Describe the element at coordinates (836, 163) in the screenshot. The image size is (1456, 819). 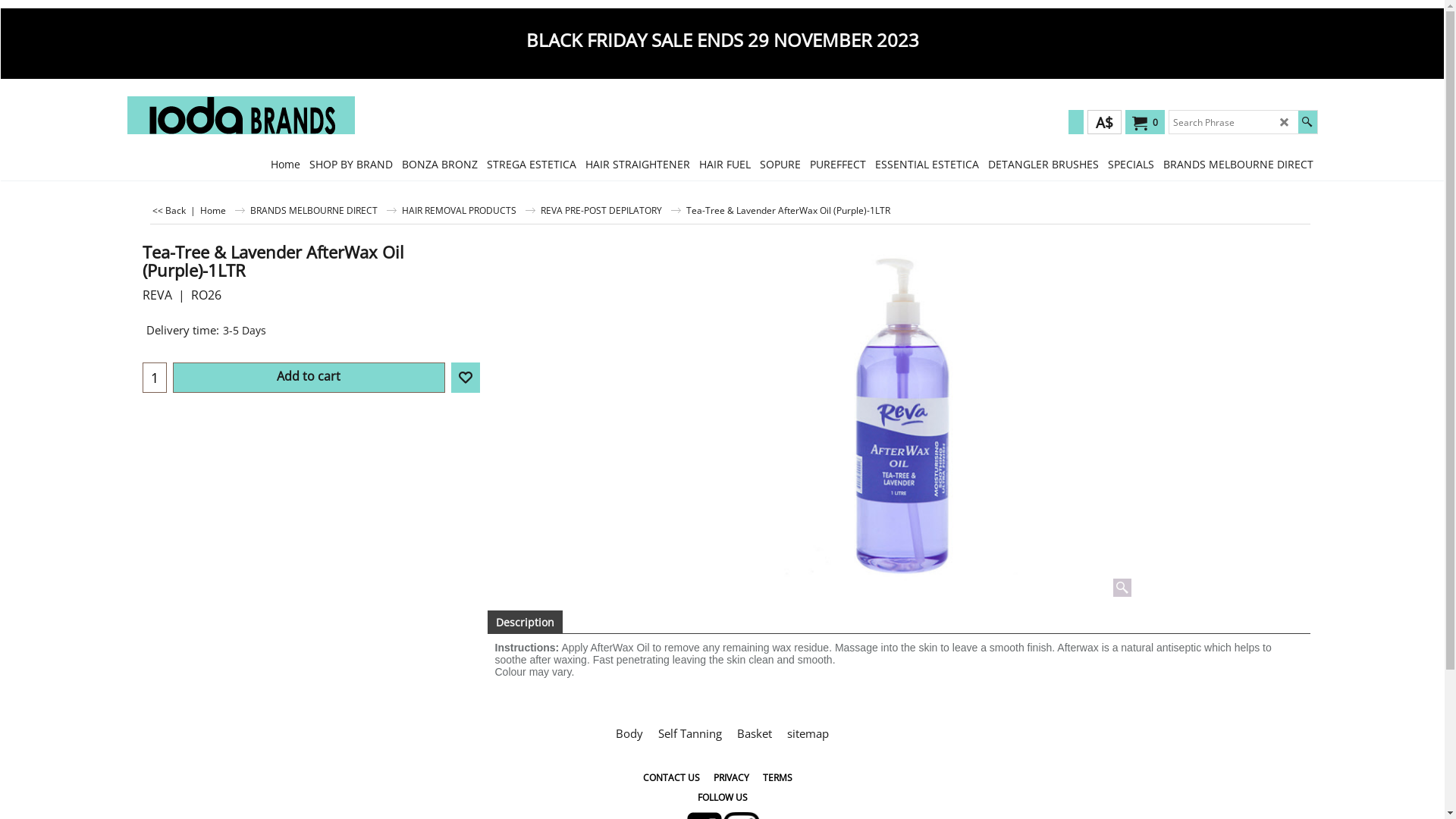
I see `'PUREFFECT'` at that location.